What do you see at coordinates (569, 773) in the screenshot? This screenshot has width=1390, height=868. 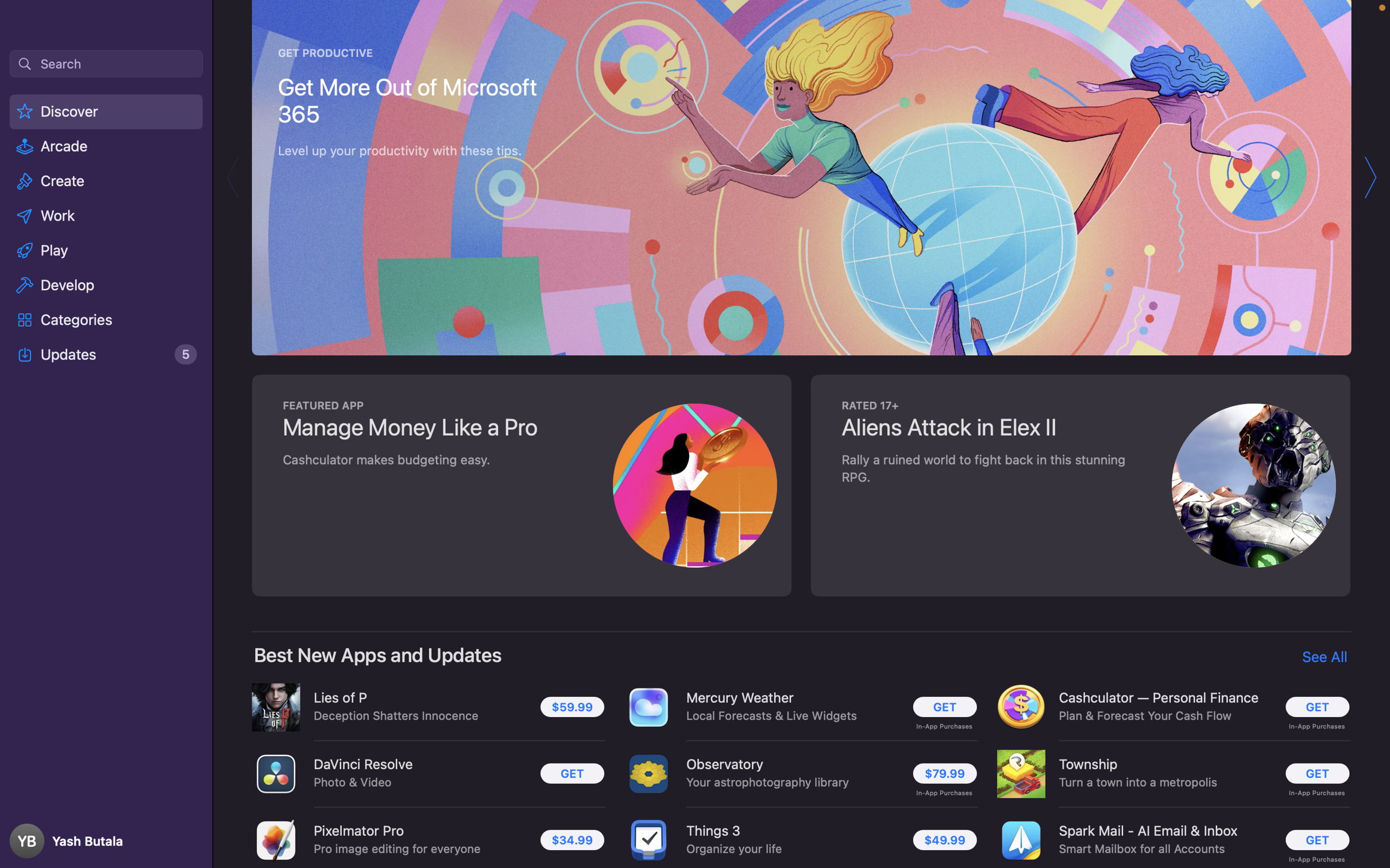 I see `the installation of the "DaVinci Resolve" application` at bounding box center [569, 773].